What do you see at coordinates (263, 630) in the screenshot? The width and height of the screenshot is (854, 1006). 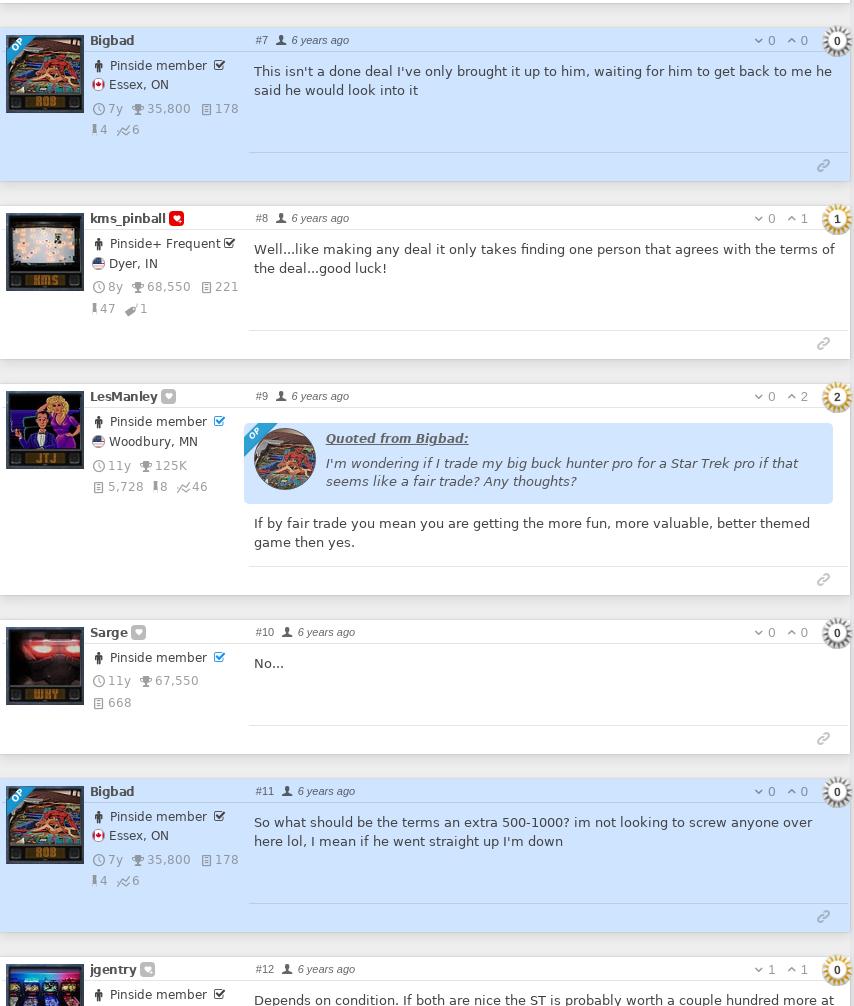 I see `'#10'` at bounding box center [263, 630].